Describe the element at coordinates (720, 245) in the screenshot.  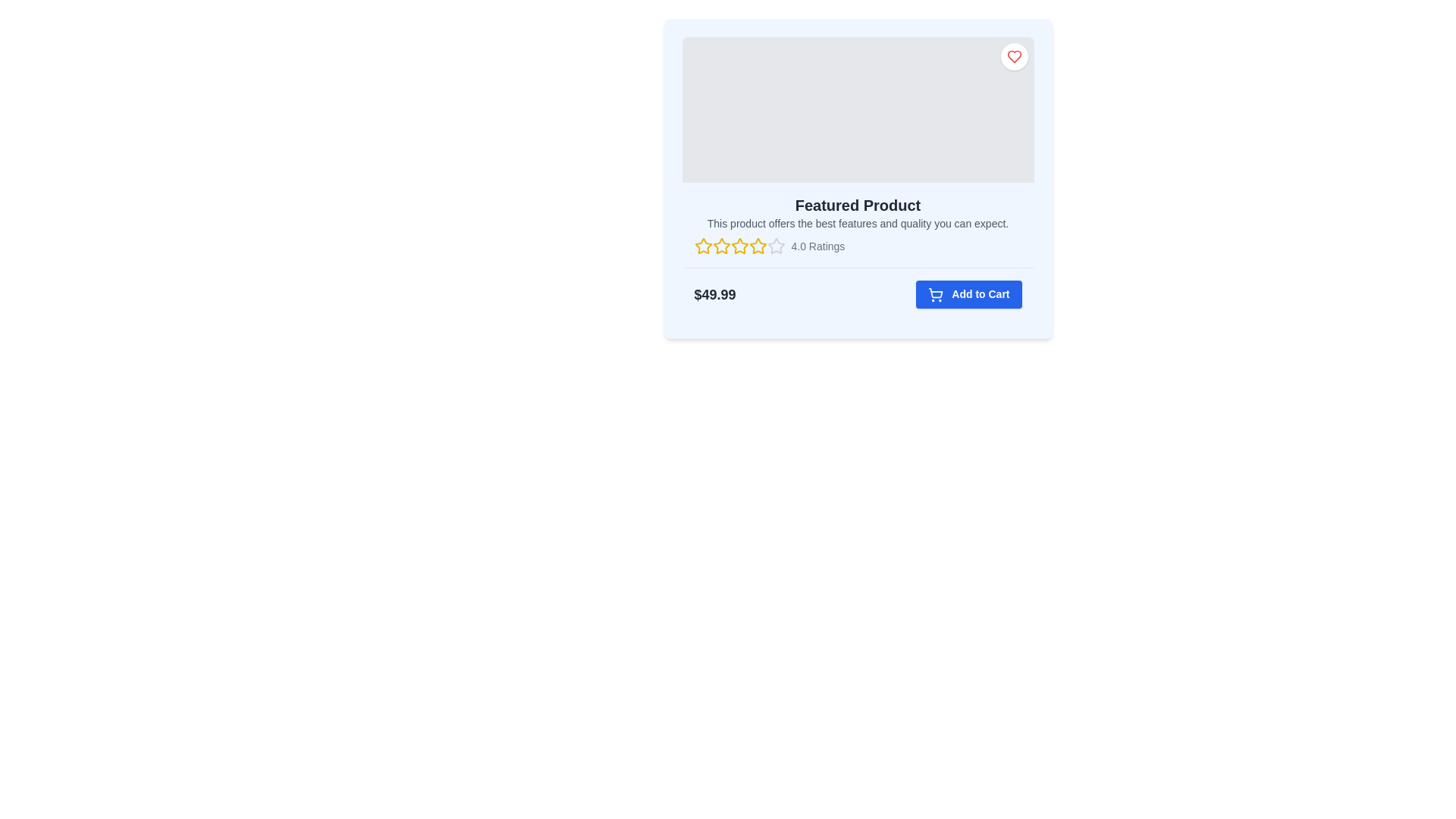
I see `keyboard navigation` at that location.